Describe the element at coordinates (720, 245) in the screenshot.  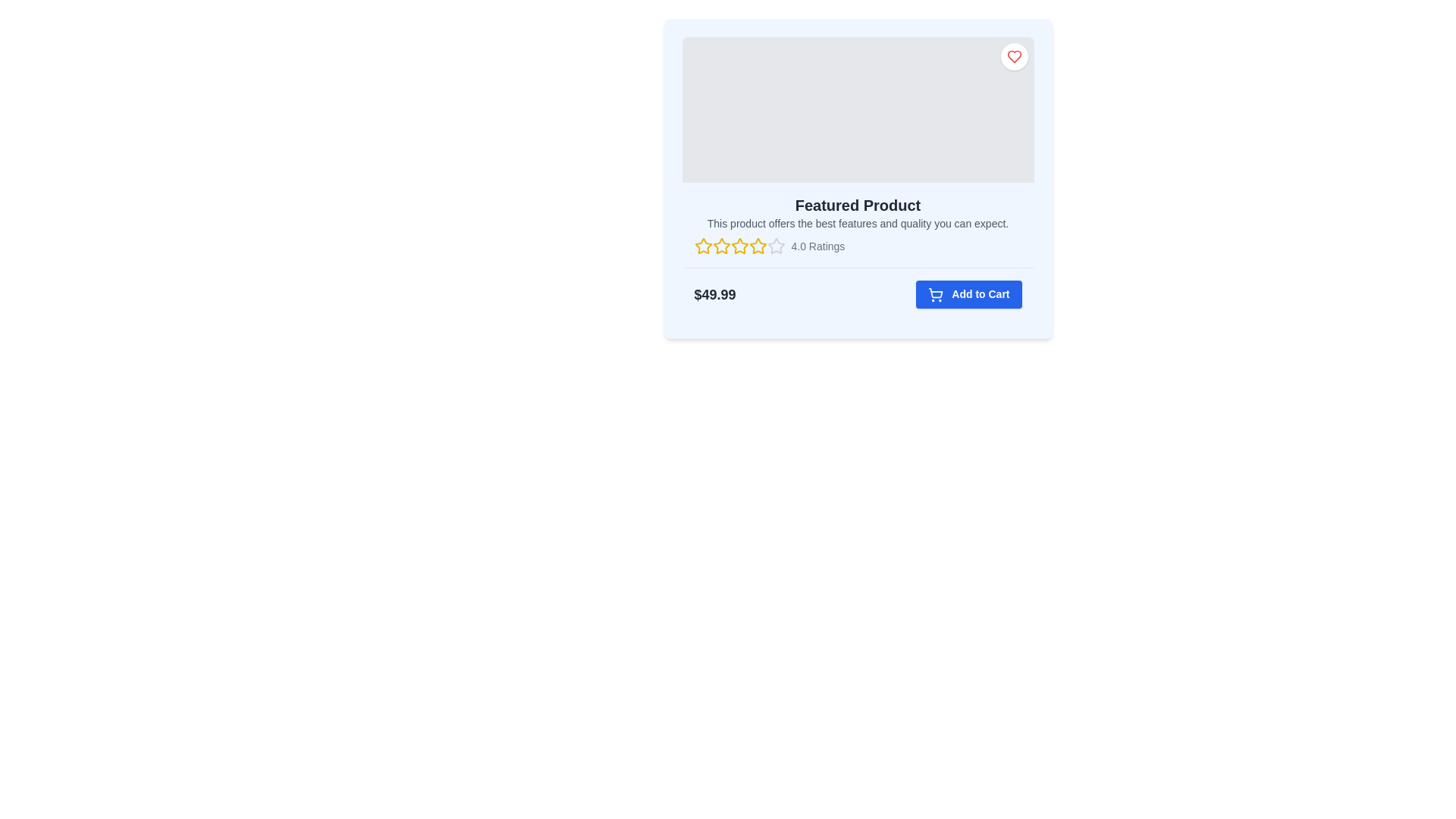
I see `keyboard navigation` at that location.